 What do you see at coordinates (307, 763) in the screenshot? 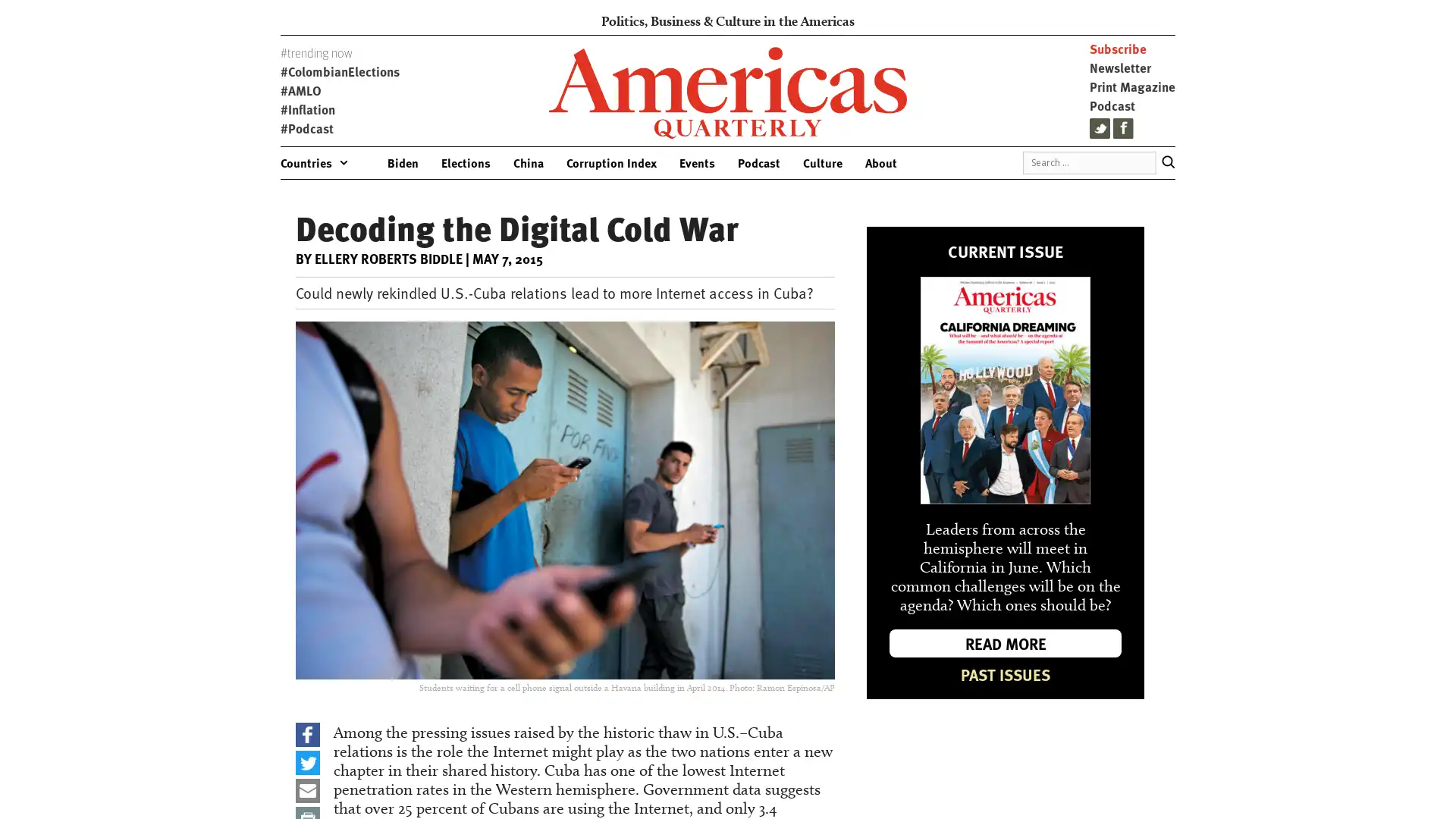
I see `Share to Twitter` at bounding box center [307, 763].